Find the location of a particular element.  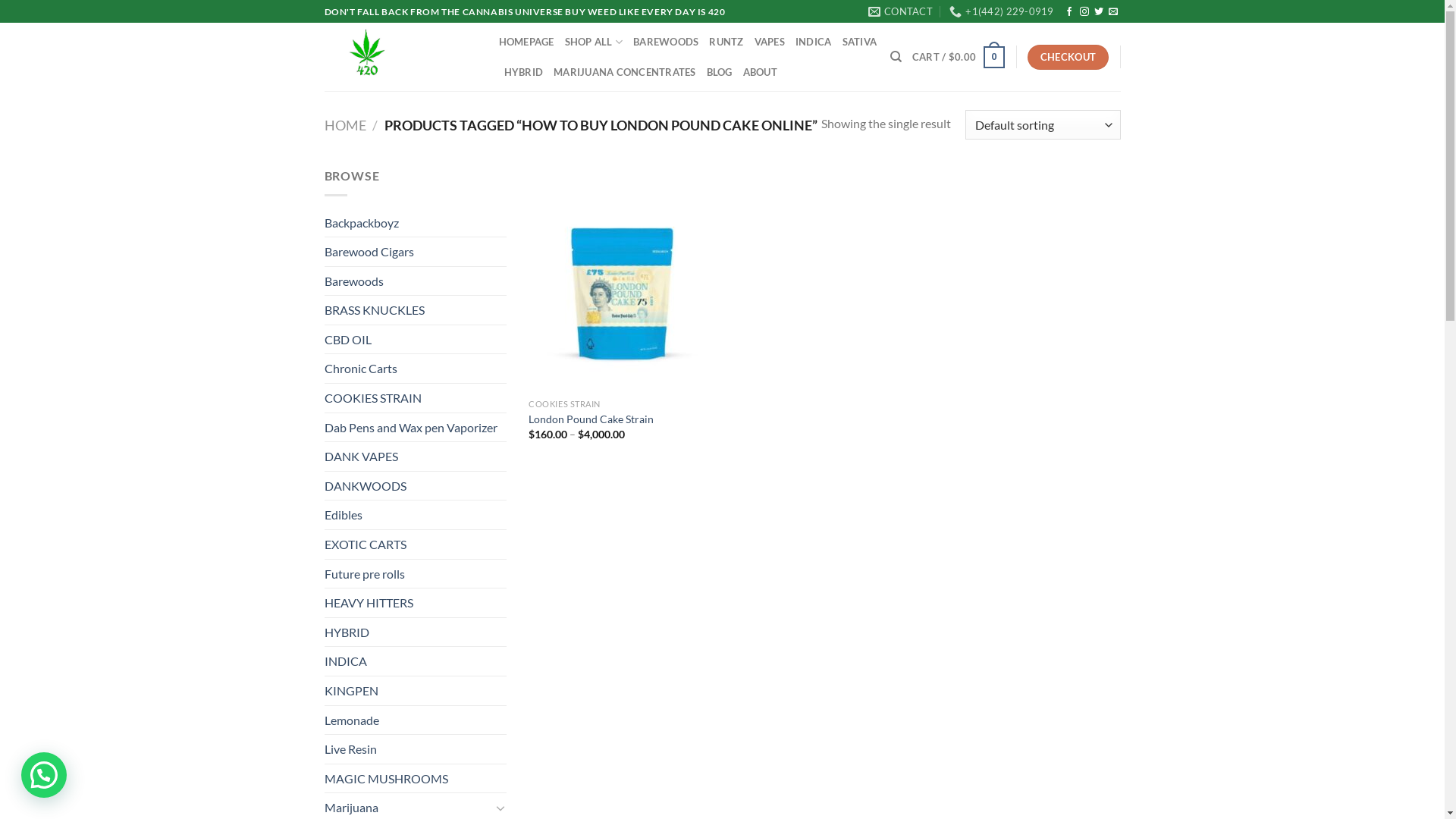

'MARIJUANA CONCENTRATES' is located at coordinates (625, 72).